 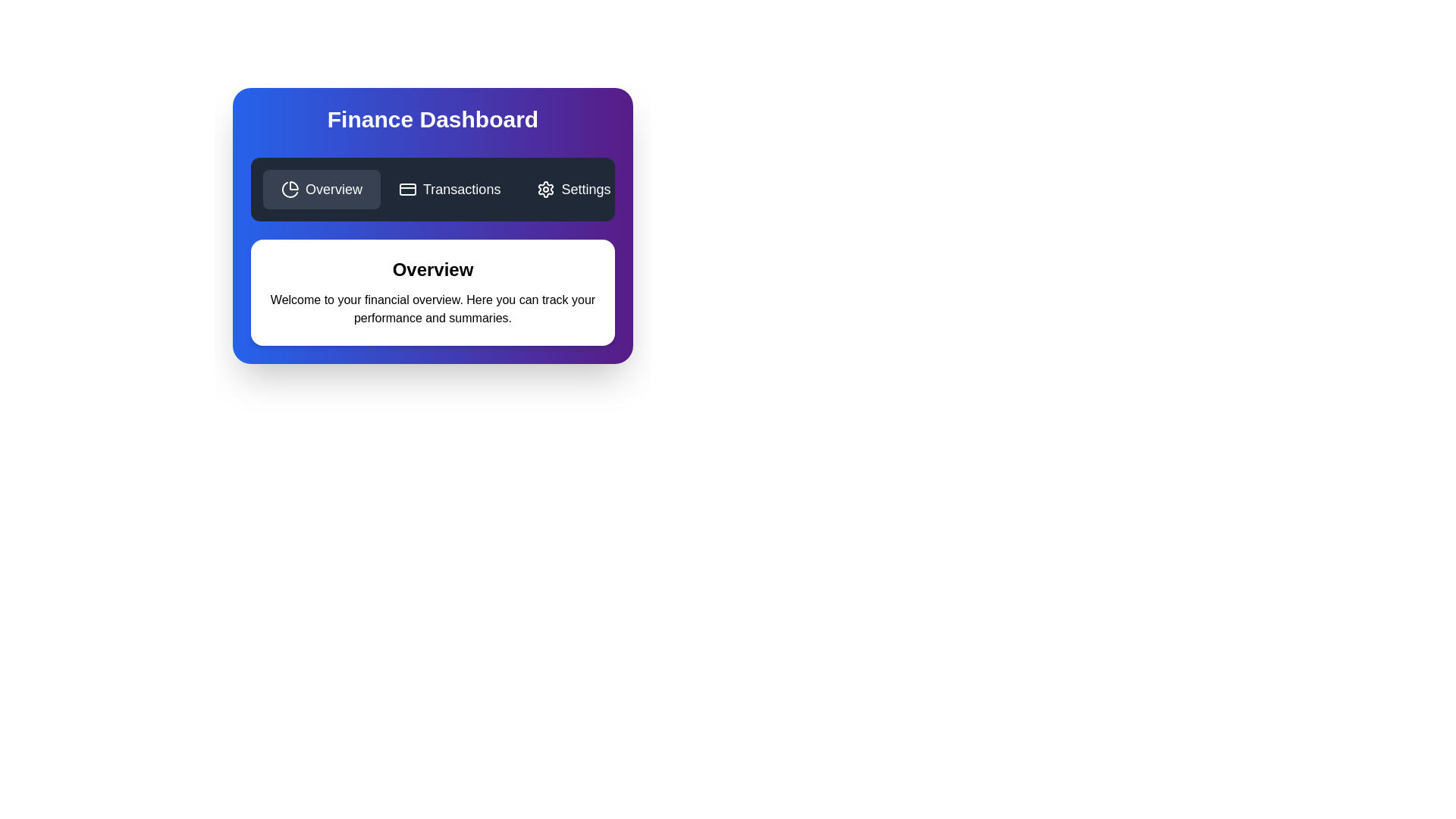 What do you see at coordinates (432, 292) in the screenshot?
I see `the Static informational card that provides an overview of financial tools in the Finance Dashboard, located centrally below the interactive options` at bounding box center [432, 292].